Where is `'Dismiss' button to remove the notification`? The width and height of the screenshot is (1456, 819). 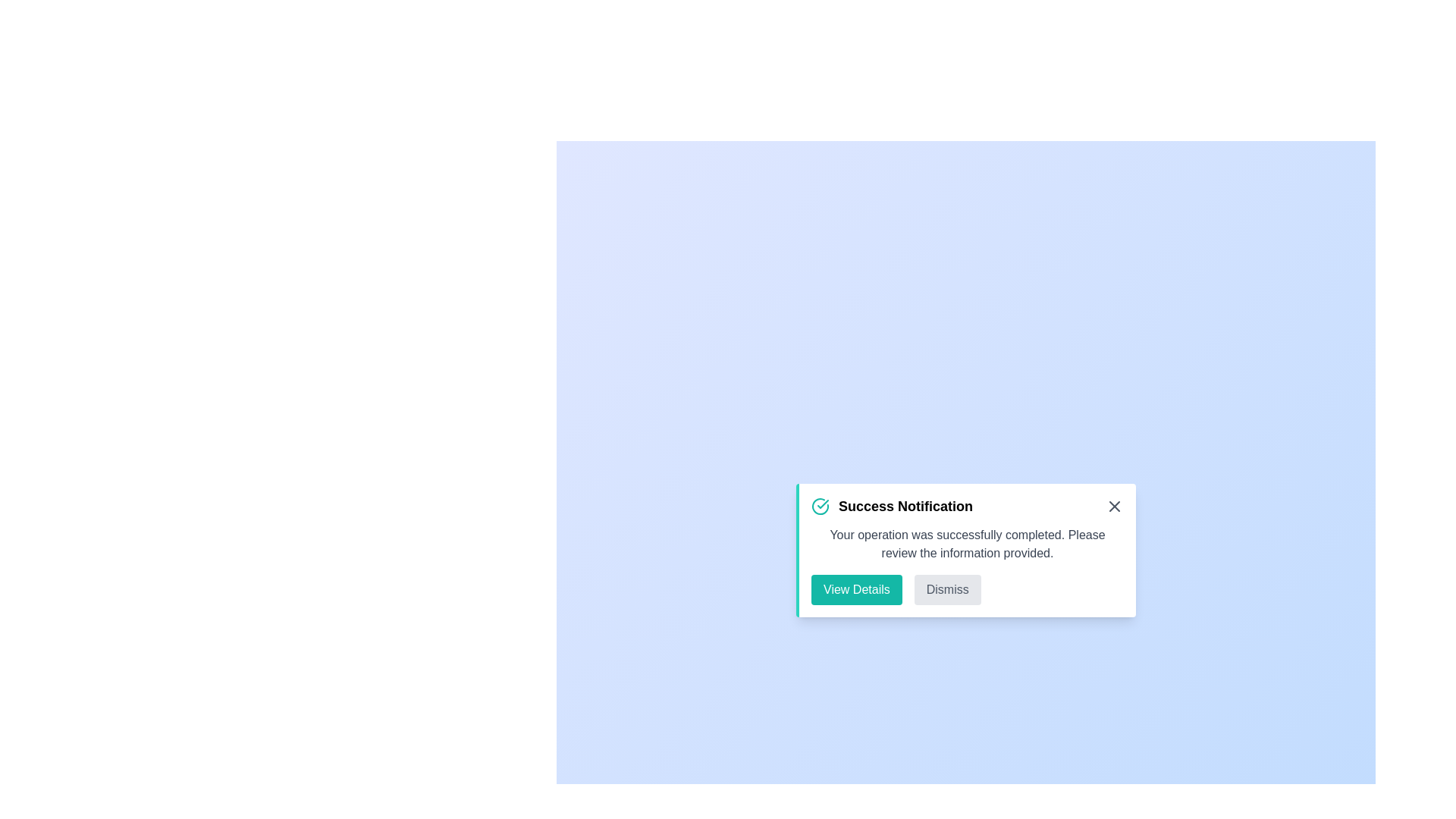 'Dismiss' button to remove the notification is located at coordinates (946, 589).